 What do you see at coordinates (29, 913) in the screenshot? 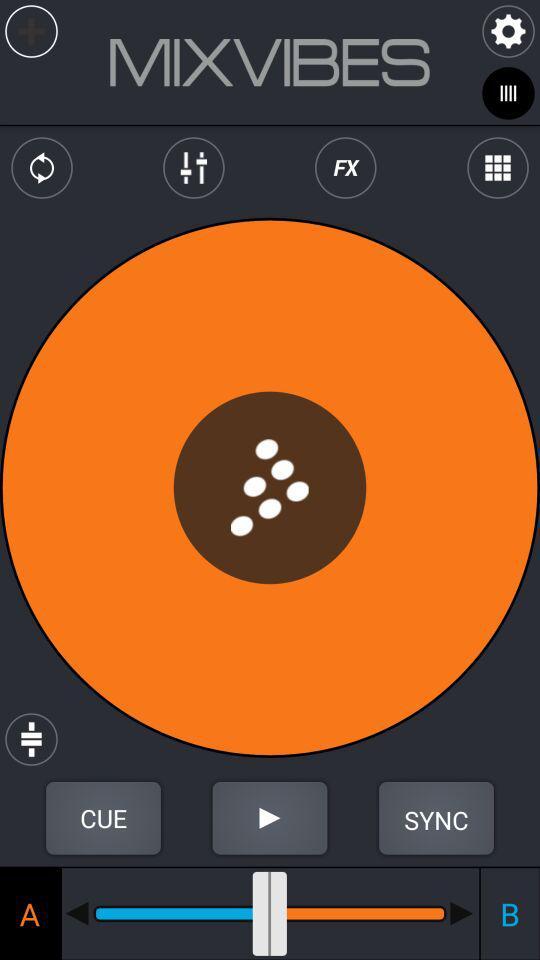
I see `a item` at bounding box center [29, 913].